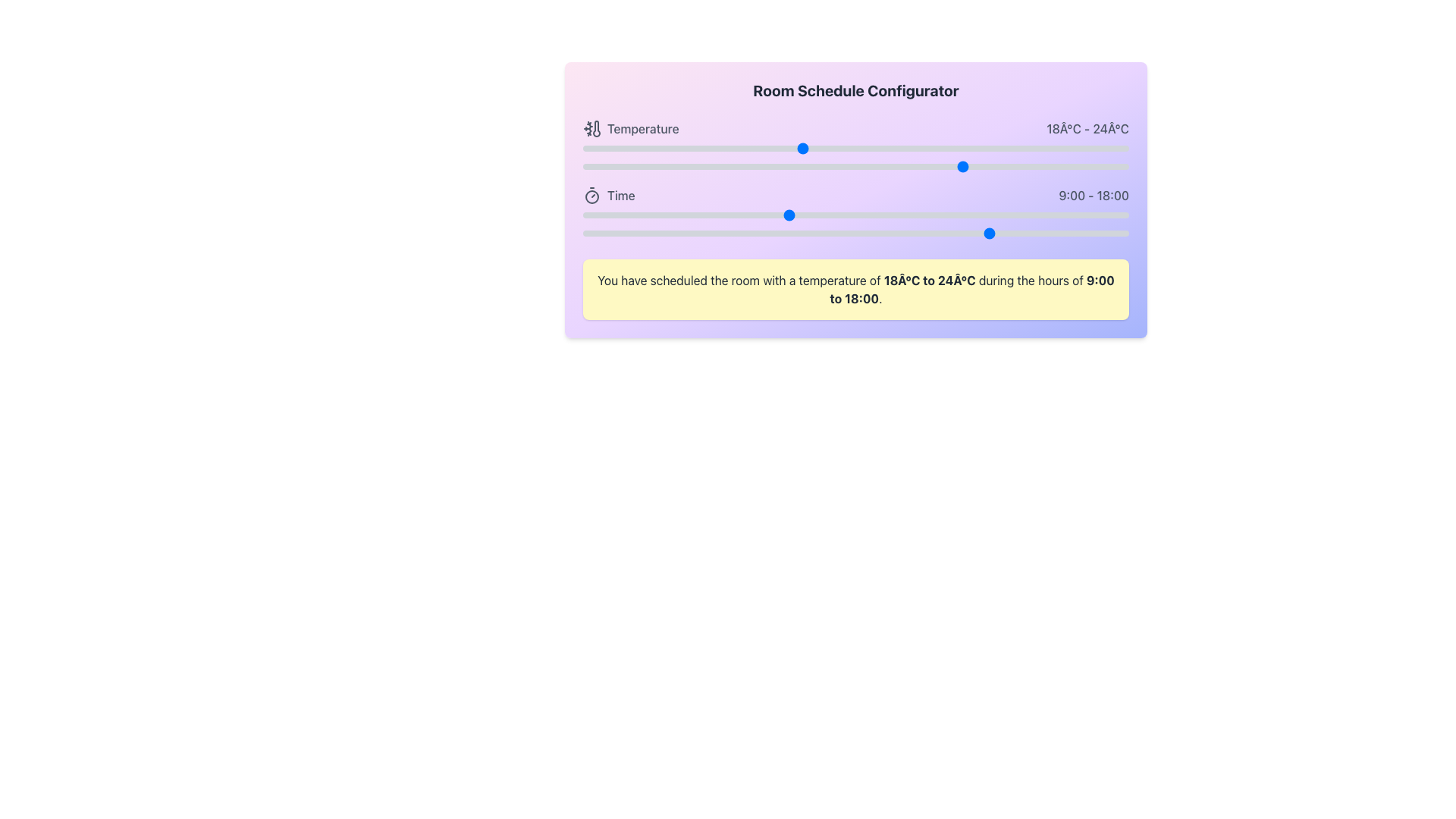 Image resolution: width=1456 pixels, height=819 pixels. Describe the element at coordinates (742, 215) in the screenshot. I see `the time` at that location.